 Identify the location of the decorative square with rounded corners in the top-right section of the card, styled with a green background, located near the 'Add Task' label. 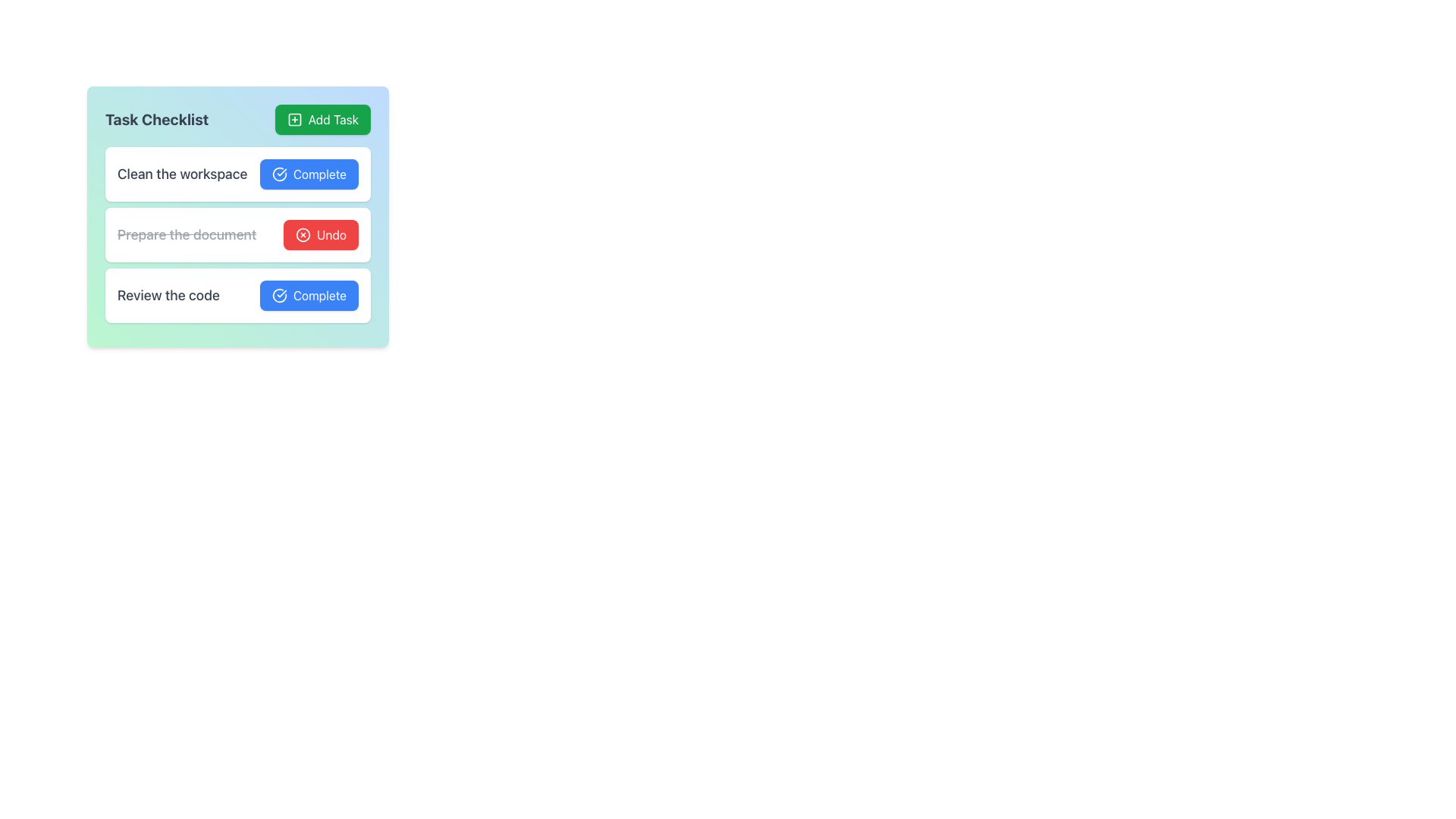
(294, 119).